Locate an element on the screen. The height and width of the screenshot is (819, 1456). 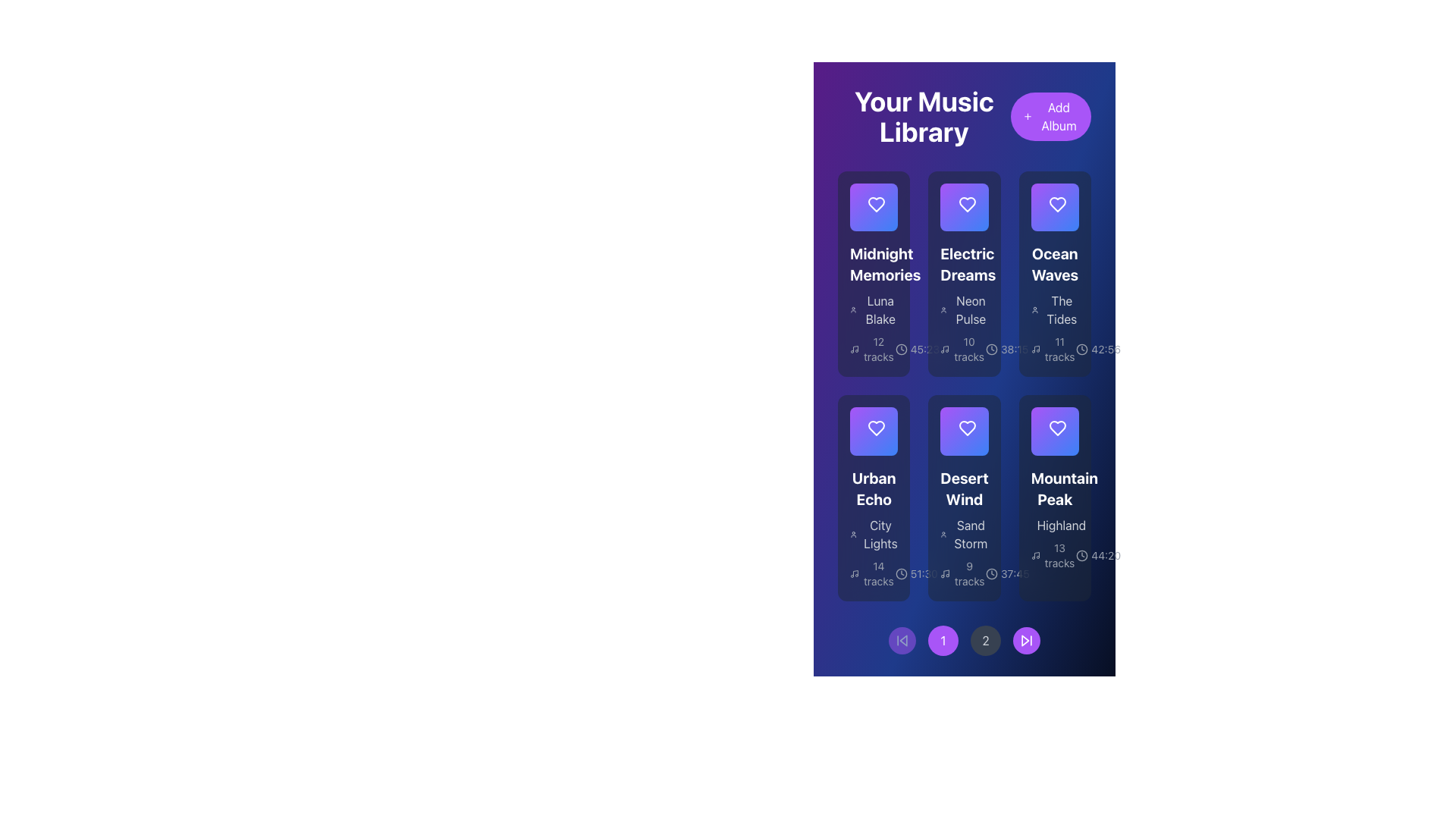
the text element displaying the time duration '51:30', which is in bold white font below the title 'Desert Wind' and beside a clock icon is located at coordinates (923, 573).